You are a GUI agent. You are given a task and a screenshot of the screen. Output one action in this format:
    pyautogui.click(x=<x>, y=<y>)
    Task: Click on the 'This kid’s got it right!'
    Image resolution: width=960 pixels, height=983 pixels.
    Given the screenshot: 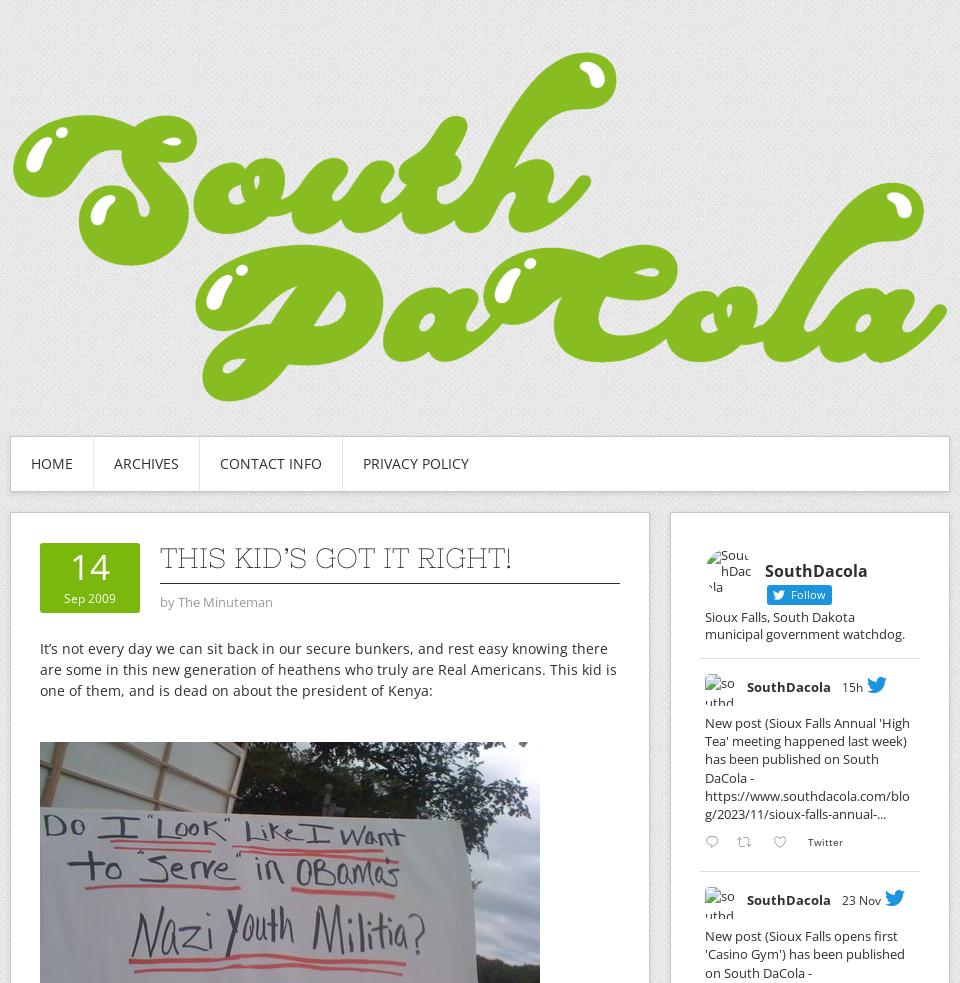 What is the action you would take?
    pyautogui.click(x=336, y=558)
    